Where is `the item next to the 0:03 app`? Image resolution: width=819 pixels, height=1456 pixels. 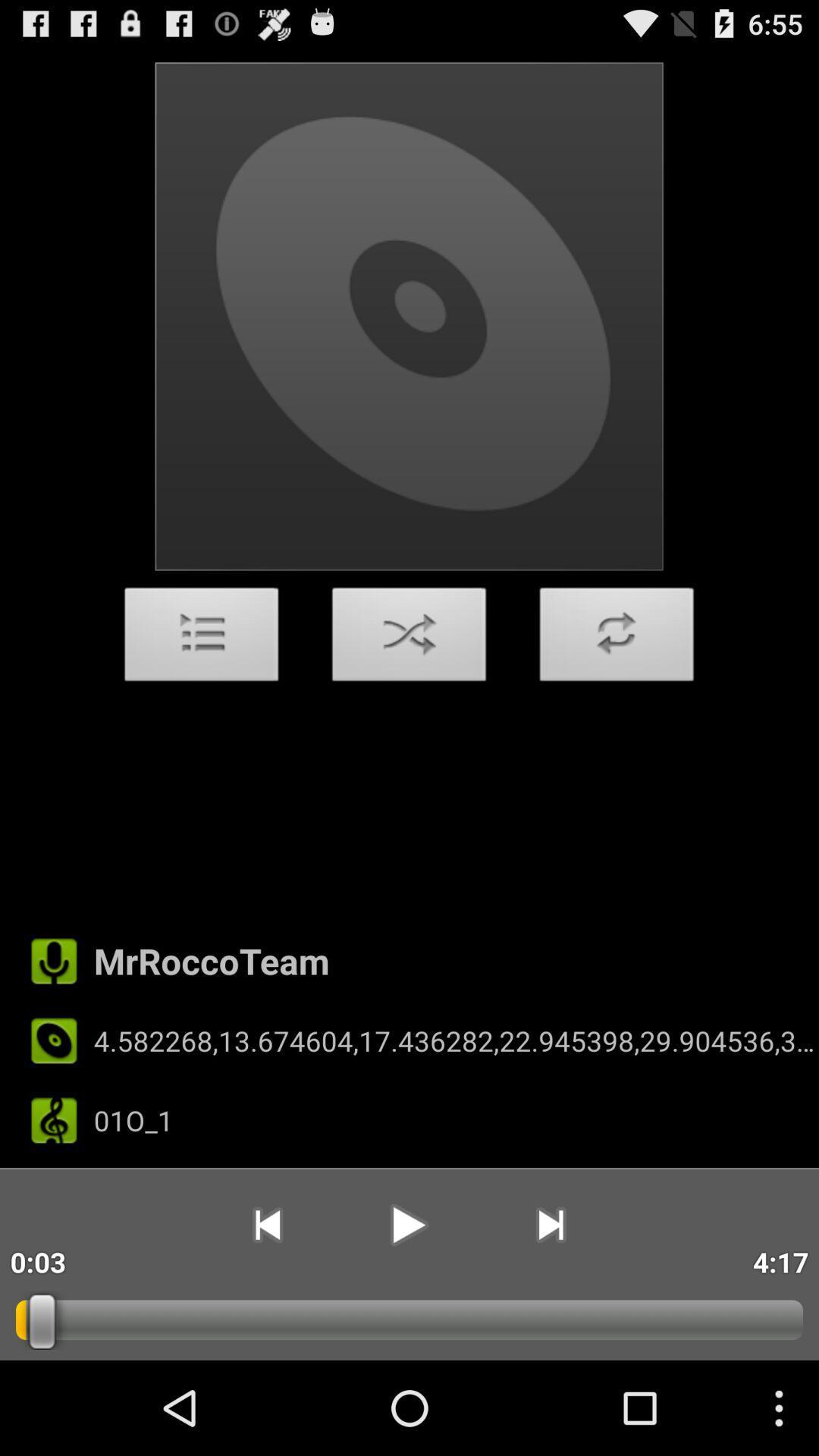 the item next to the 0:03 app is located at coordinates (266, 1225).